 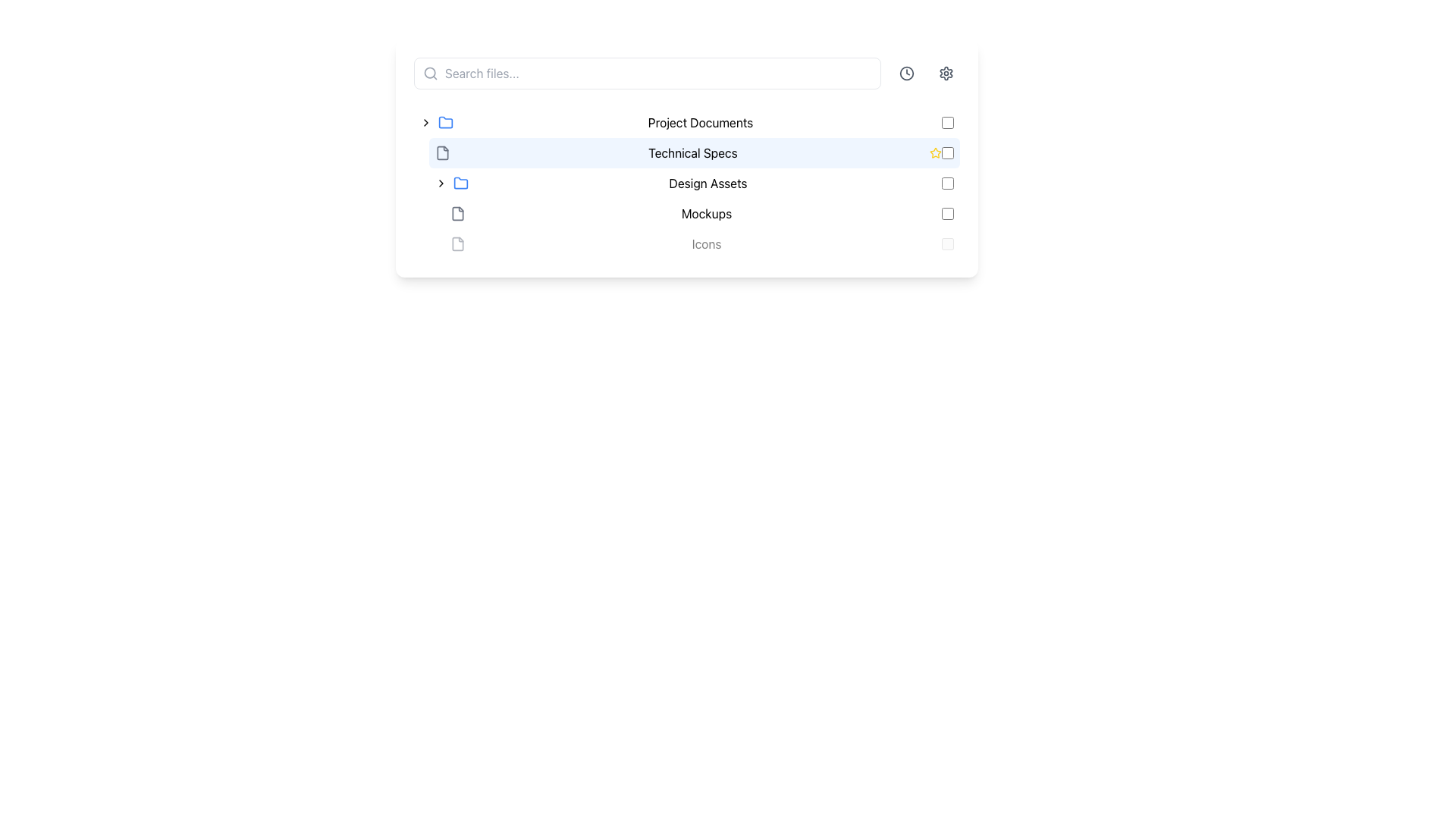 I want to click on the clock icon located in the header area, to the right of the search bar and adjacent to the gear icon, so click(x=906, y=73).